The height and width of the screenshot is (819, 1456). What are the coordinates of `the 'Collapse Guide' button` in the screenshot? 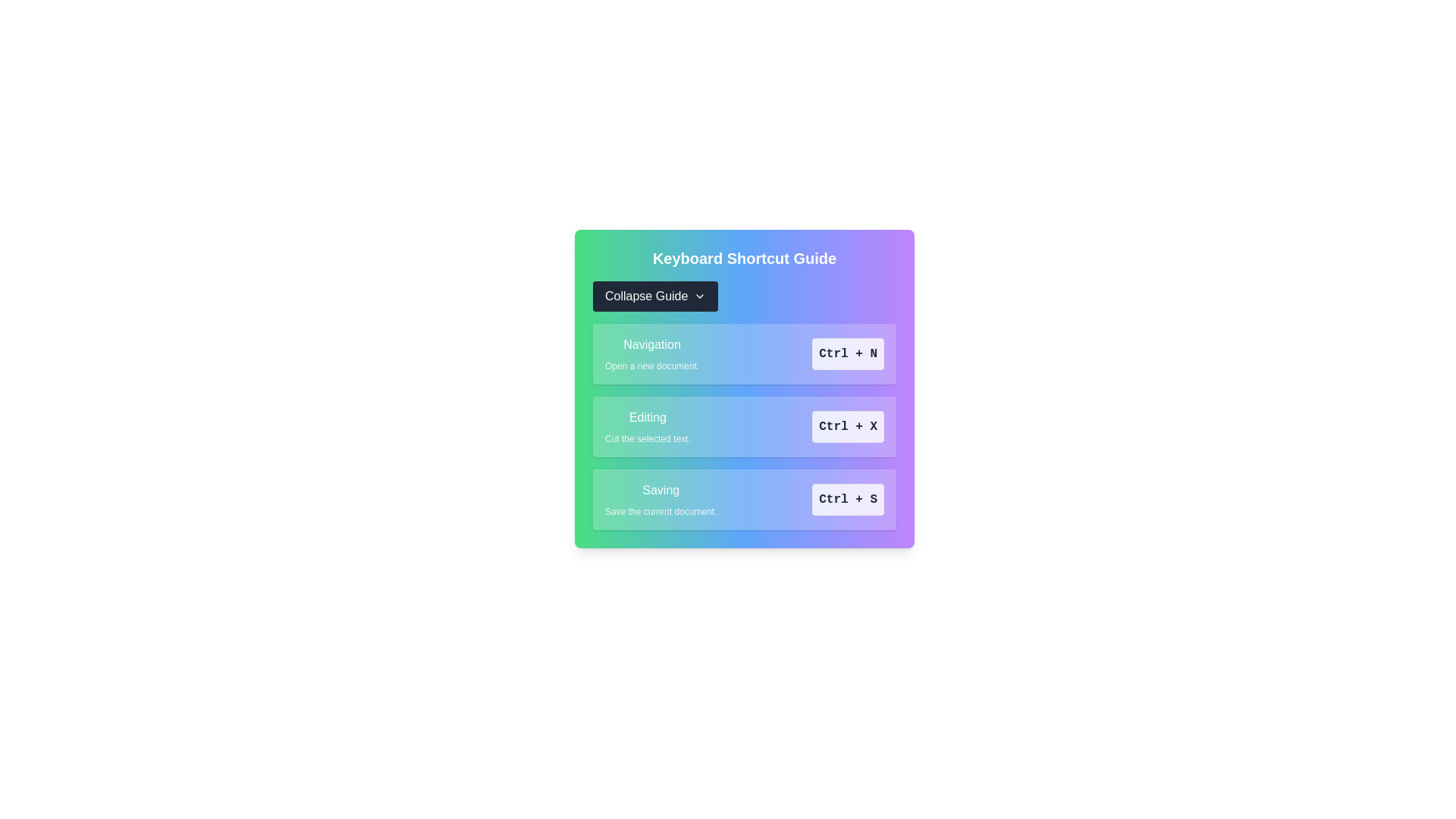 It's located at (655, 296).